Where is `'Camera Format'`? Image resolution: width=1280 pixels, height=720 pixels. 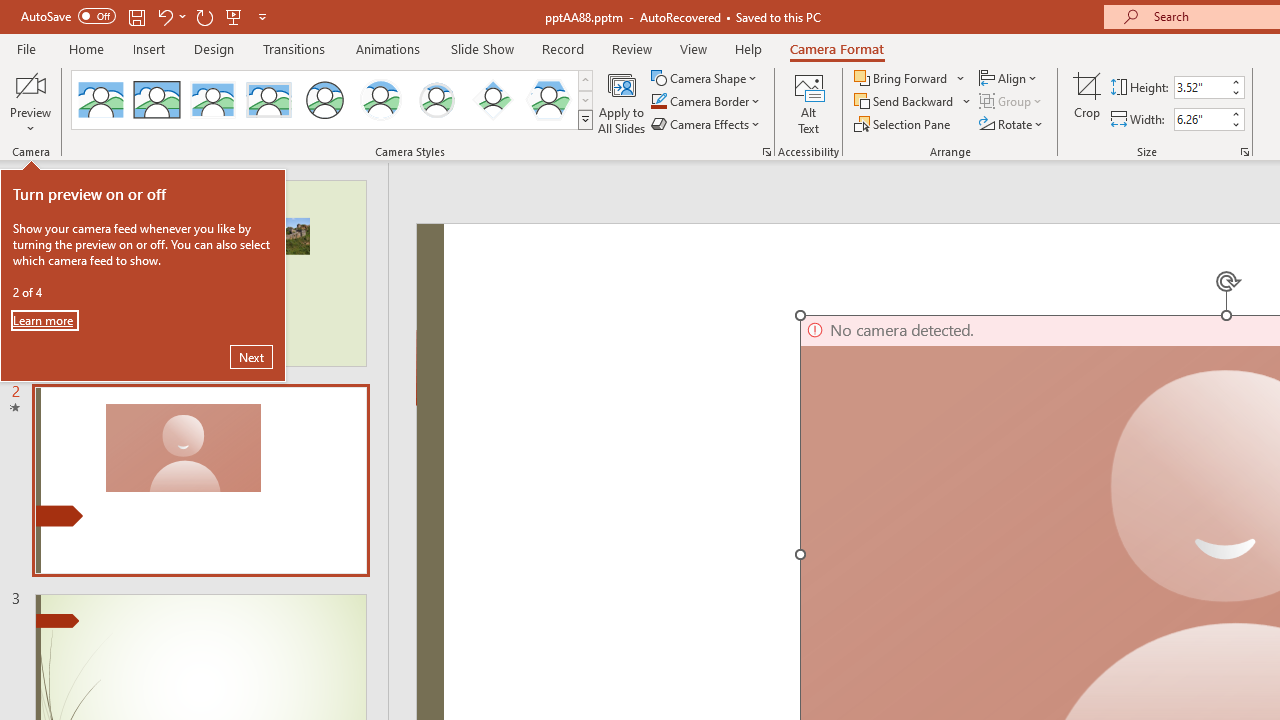
'Camera Format' is located at coordinates (837, 48).